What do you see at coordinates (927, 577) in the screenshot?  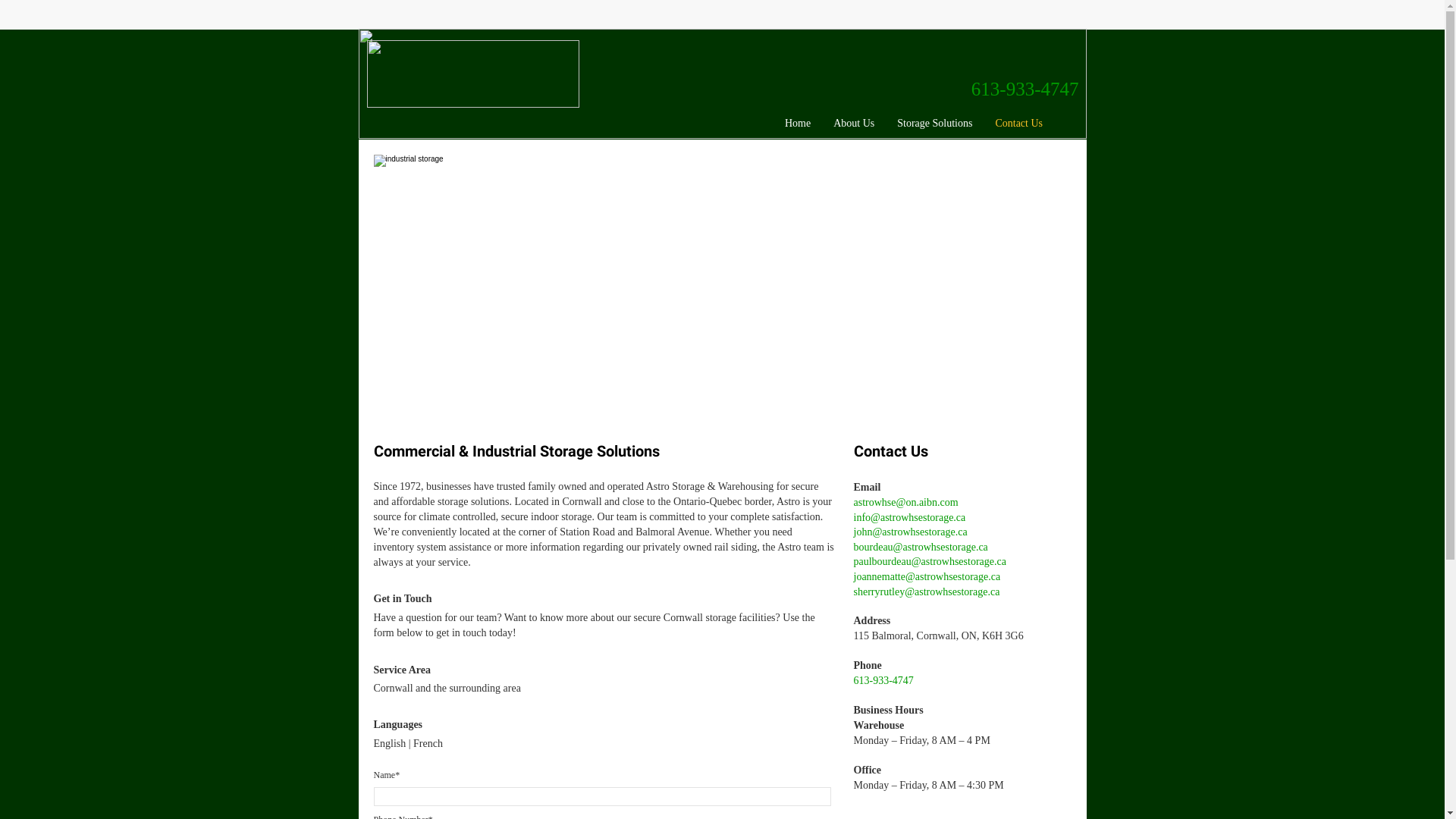 I see `'joannematte@astrowhsestorage.ca'` at bounding box center [927, 577].